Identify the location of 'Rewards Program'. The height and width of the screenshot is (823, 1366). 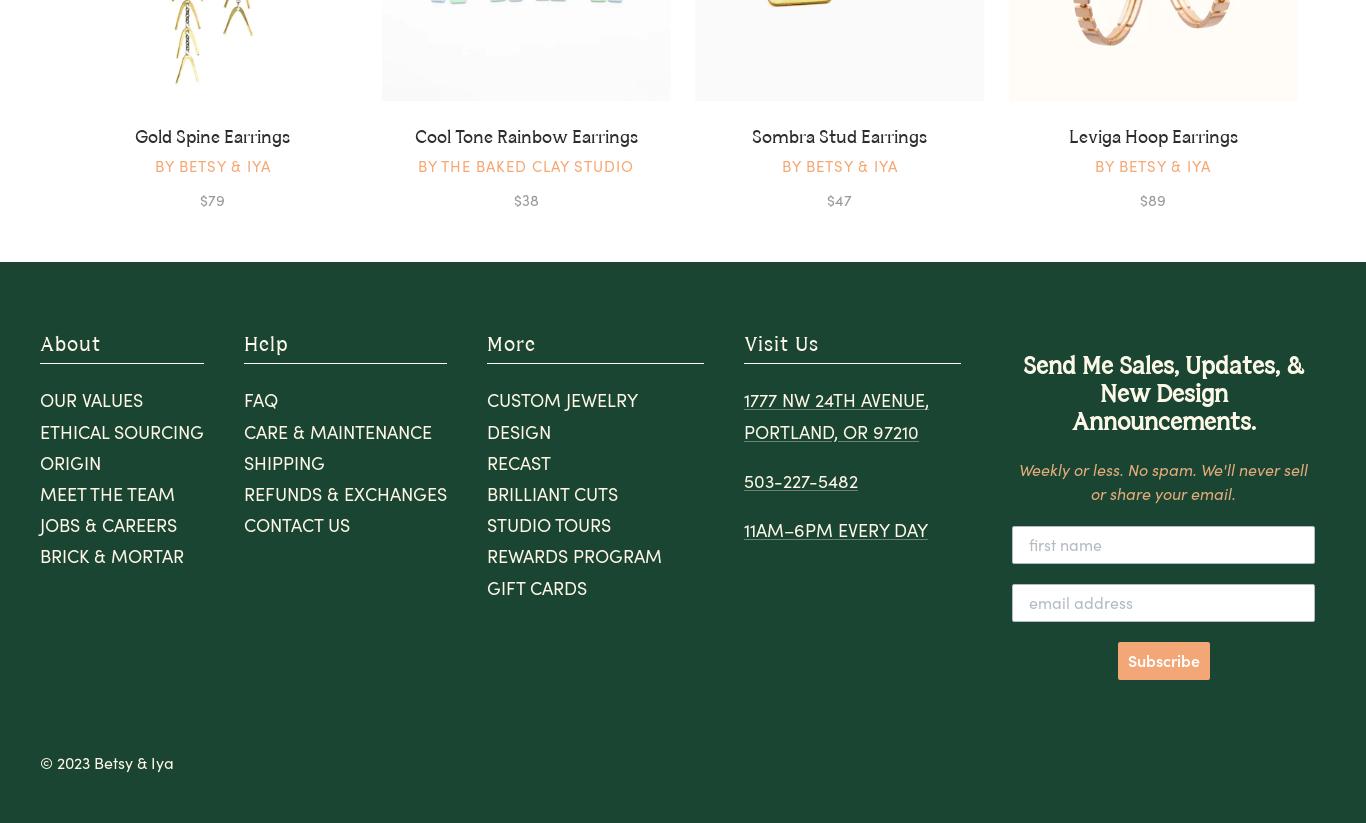
(486, 554).